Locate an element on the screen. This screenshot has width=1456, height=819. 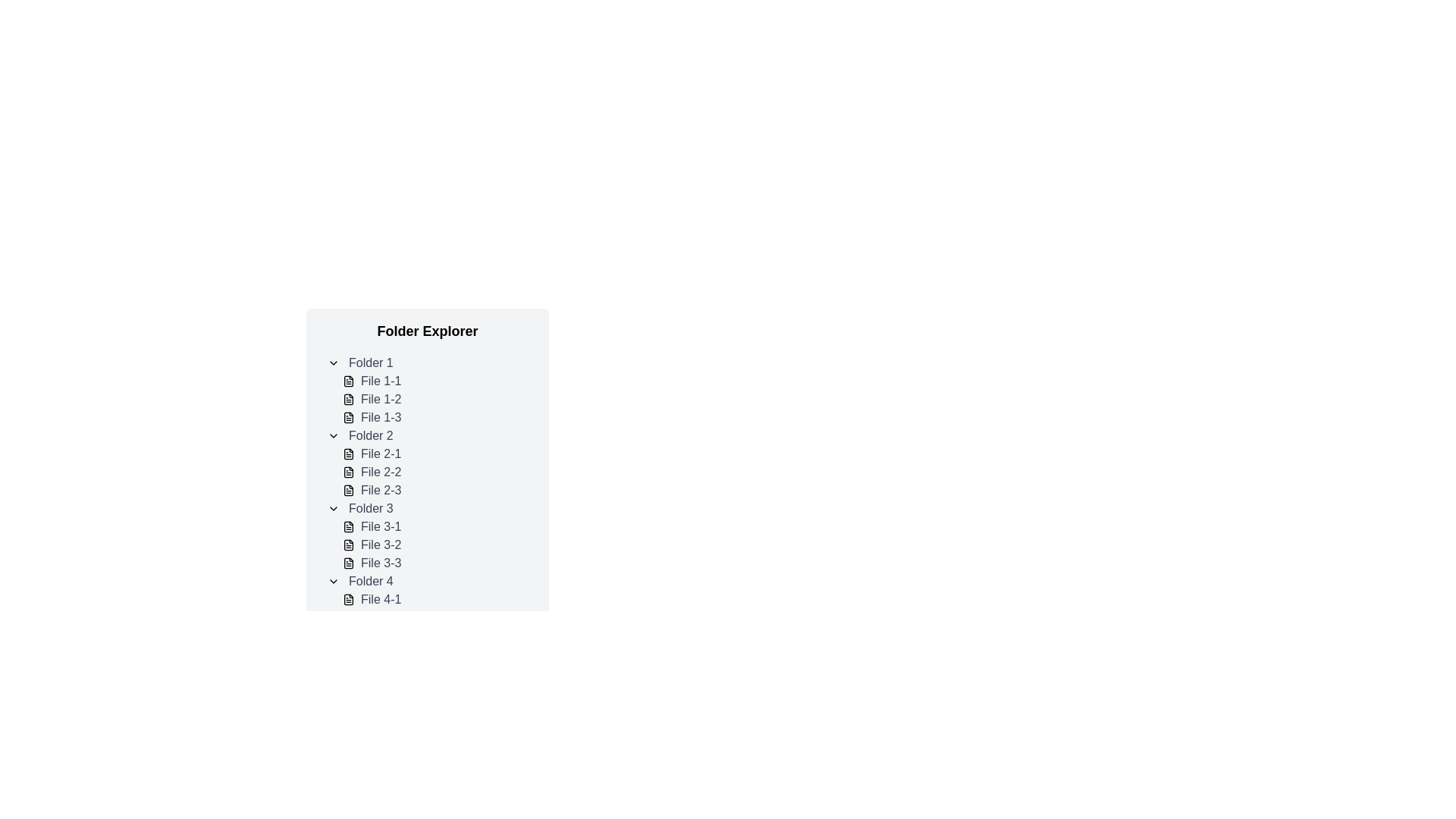
the document icon representing 'File 1-1' in the 'Folder Explorer' under 'Folder 1' is located at coordinates (348, 380).